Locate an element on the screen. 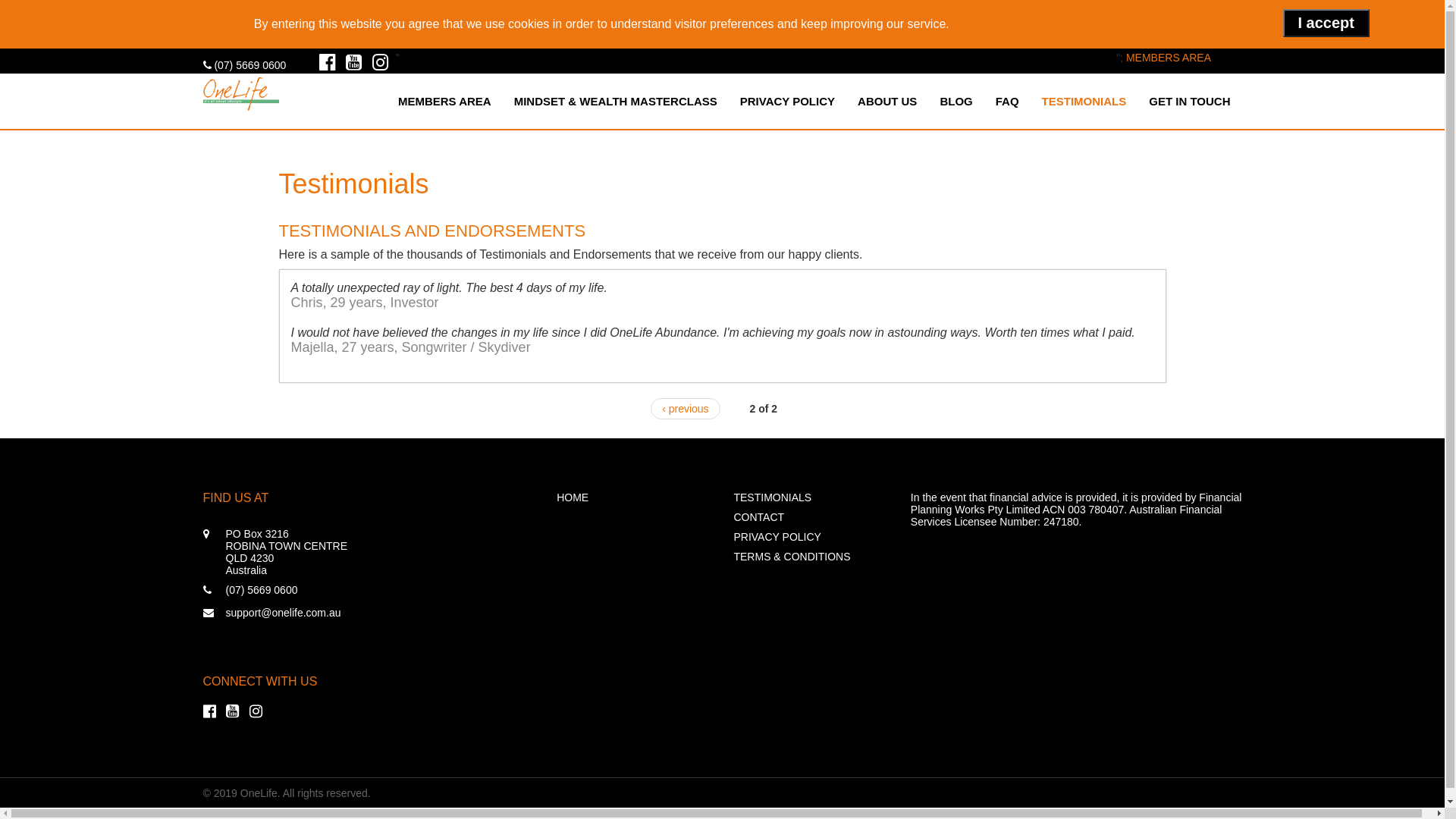 The width and height of the screenshot is (1456, 819). 'HOME' is located at coordinates (633, 497).